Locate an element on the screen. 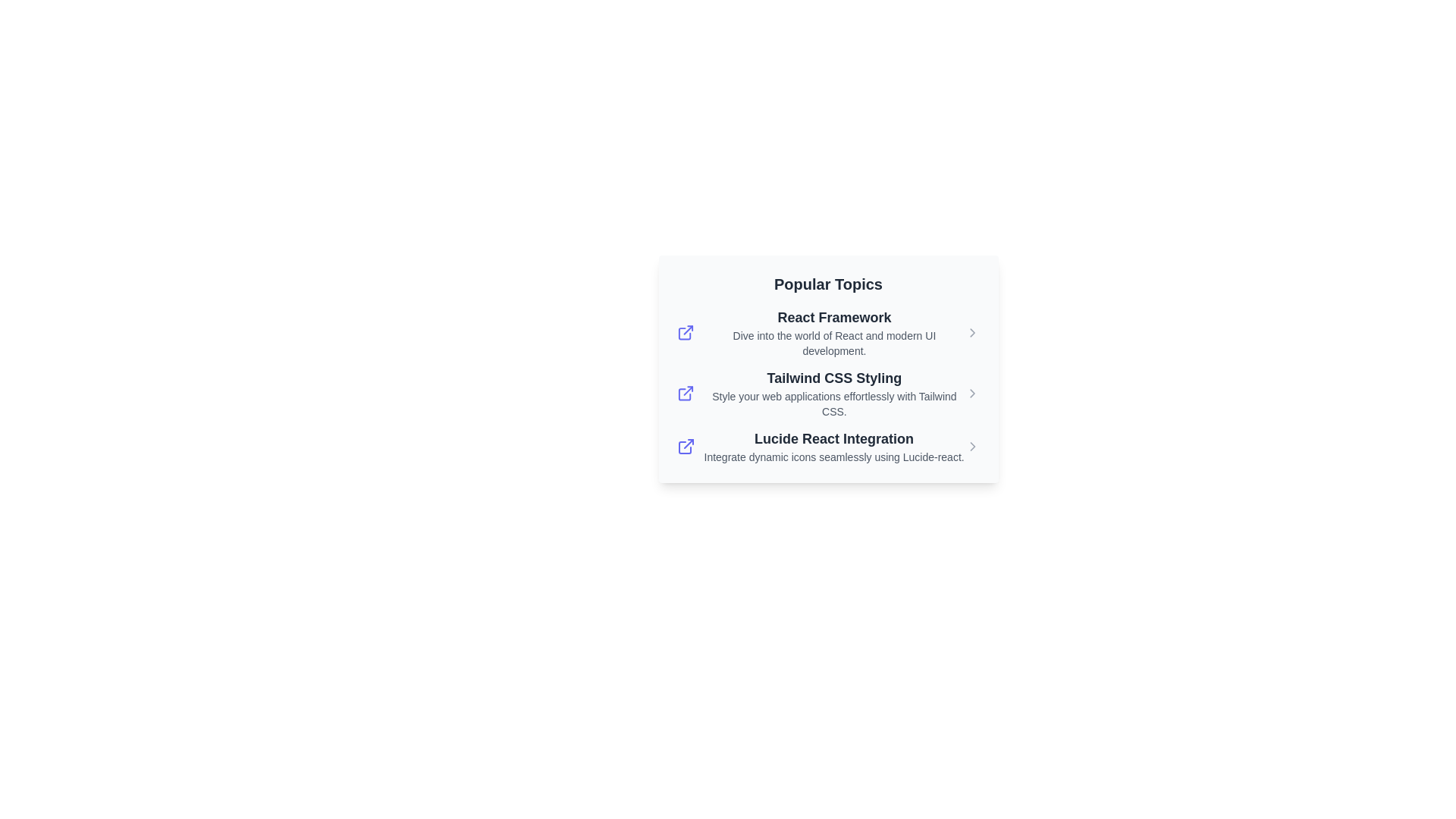 The height and width of the screenshot is (819, 1456). the informational text that provides a summary related to the 'React Framework', located below the header 'Popular Topics' is located at coordinates (833, 343).